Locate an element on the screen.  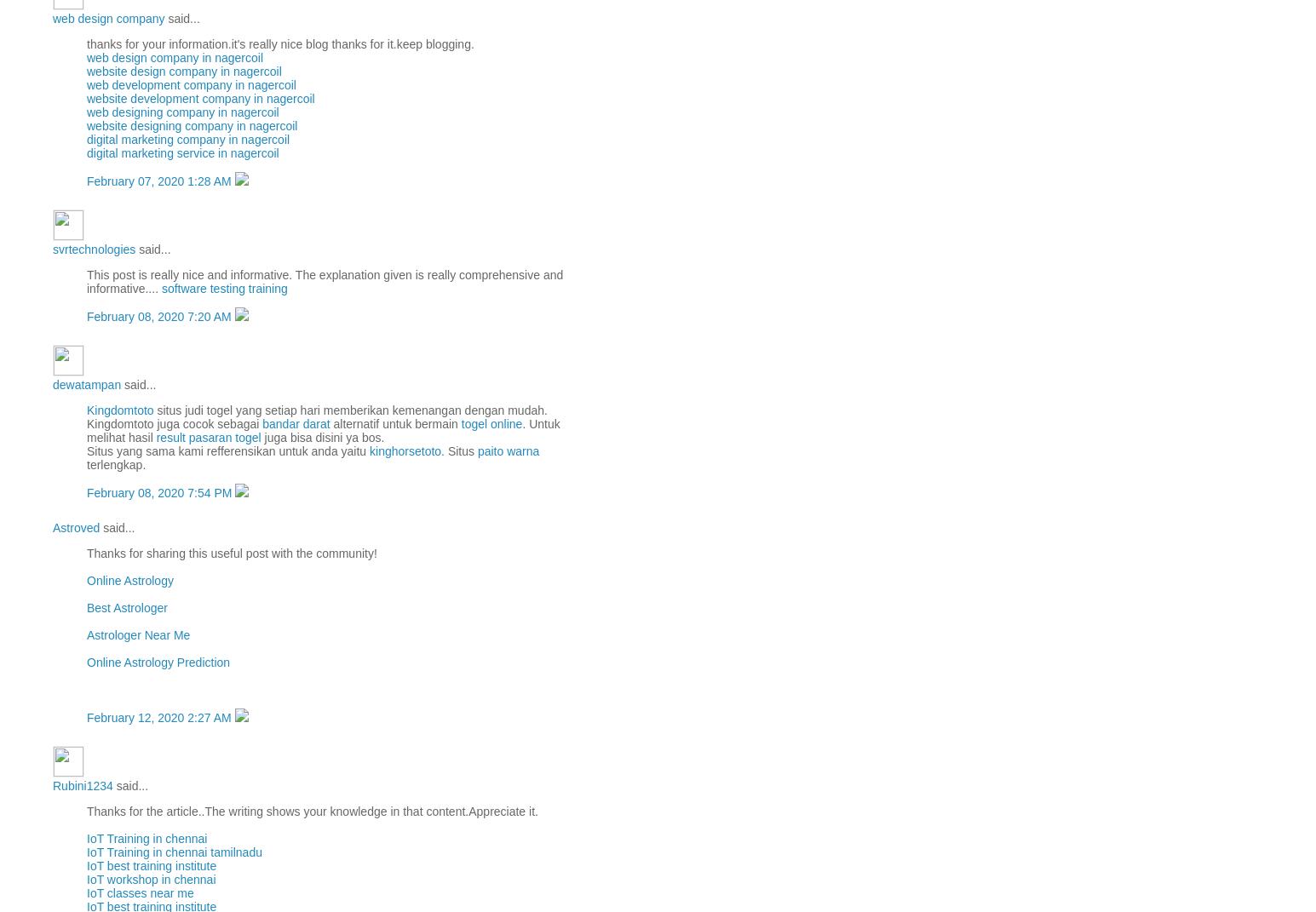
'Rubini1234' is located at coordinates (82, 784).